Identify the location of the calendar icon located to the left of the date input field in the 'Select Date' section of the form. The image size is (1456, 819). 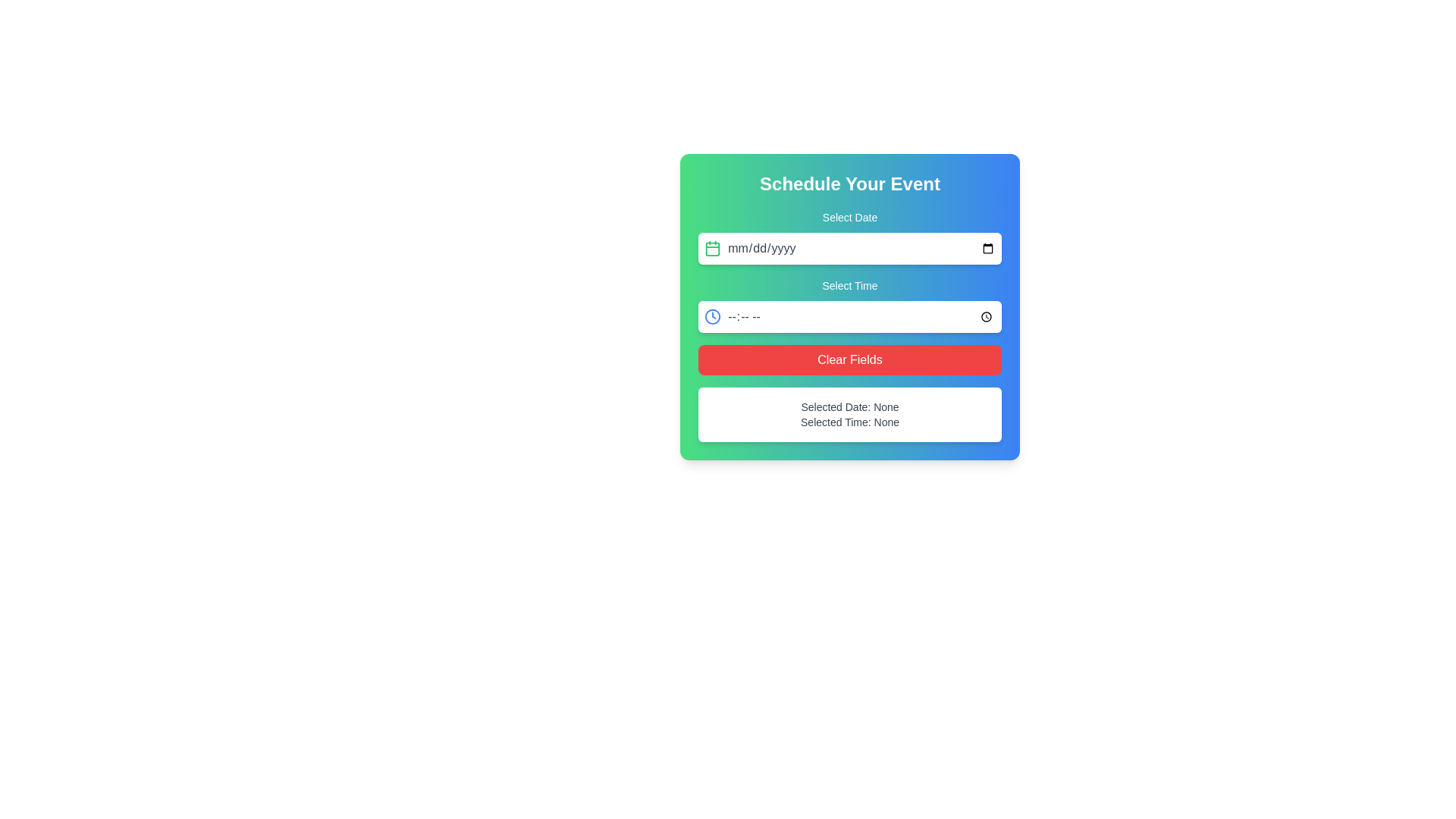
(712, 247).